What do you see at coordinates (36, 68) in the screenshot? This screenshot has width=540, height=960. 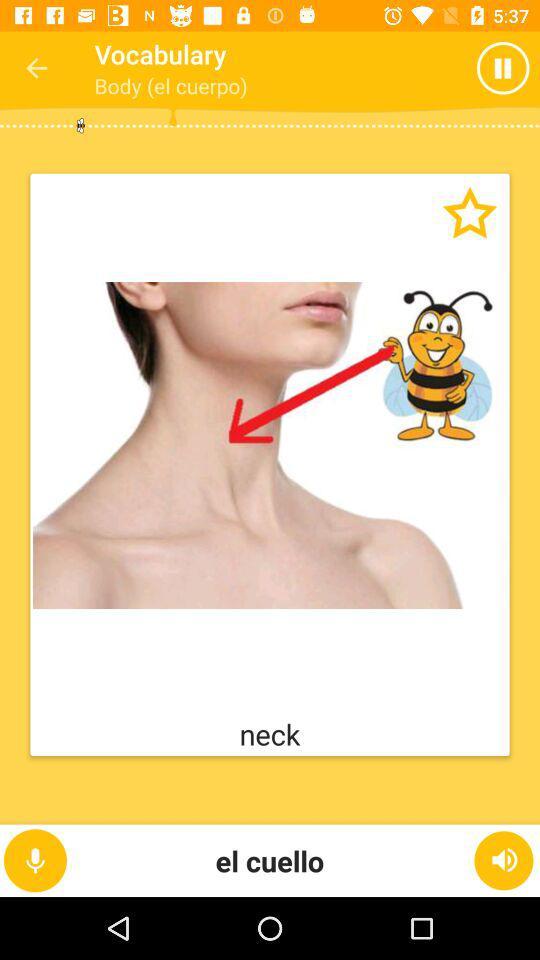 I see `the icon next to the vocabulary icon` at bounding box center [36, 68].